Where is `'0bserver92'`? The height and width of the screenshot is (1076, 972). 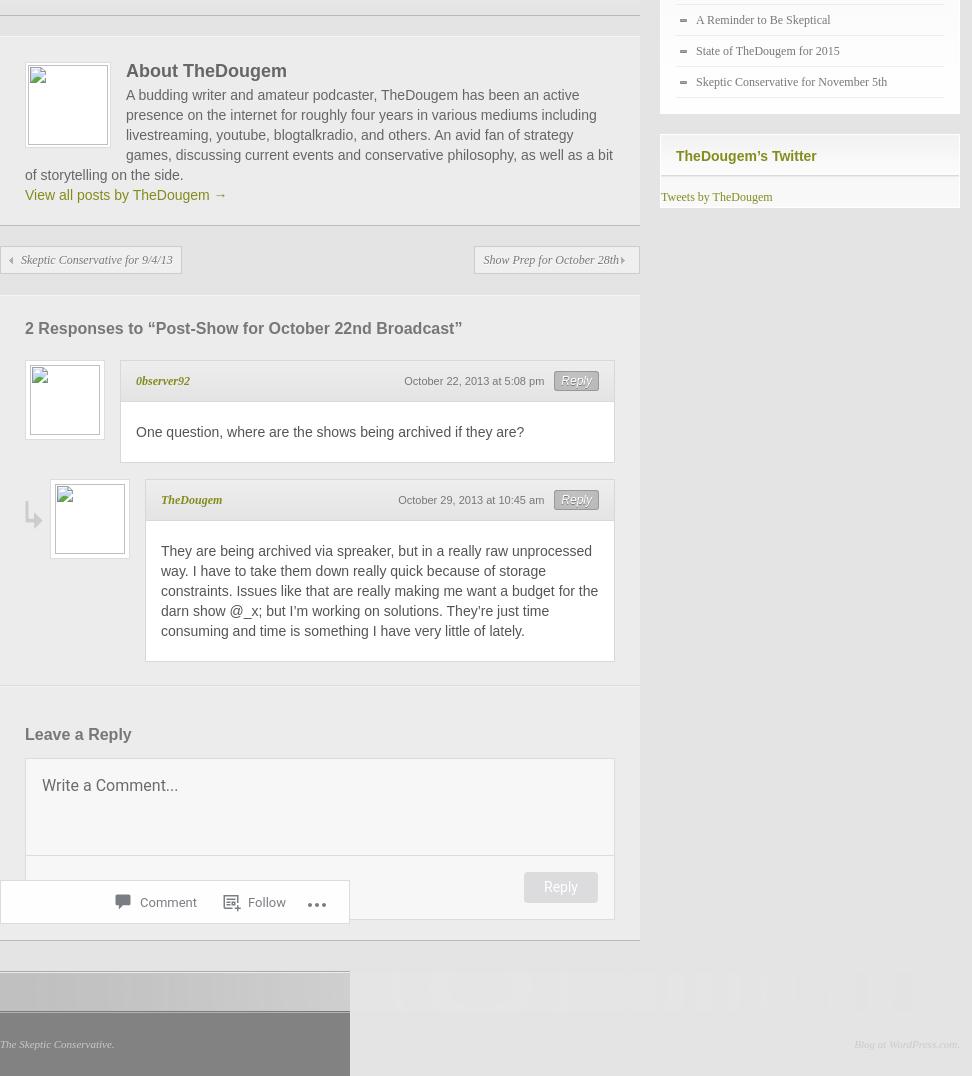
'0bserver92' is located at coordinates (135, 380).